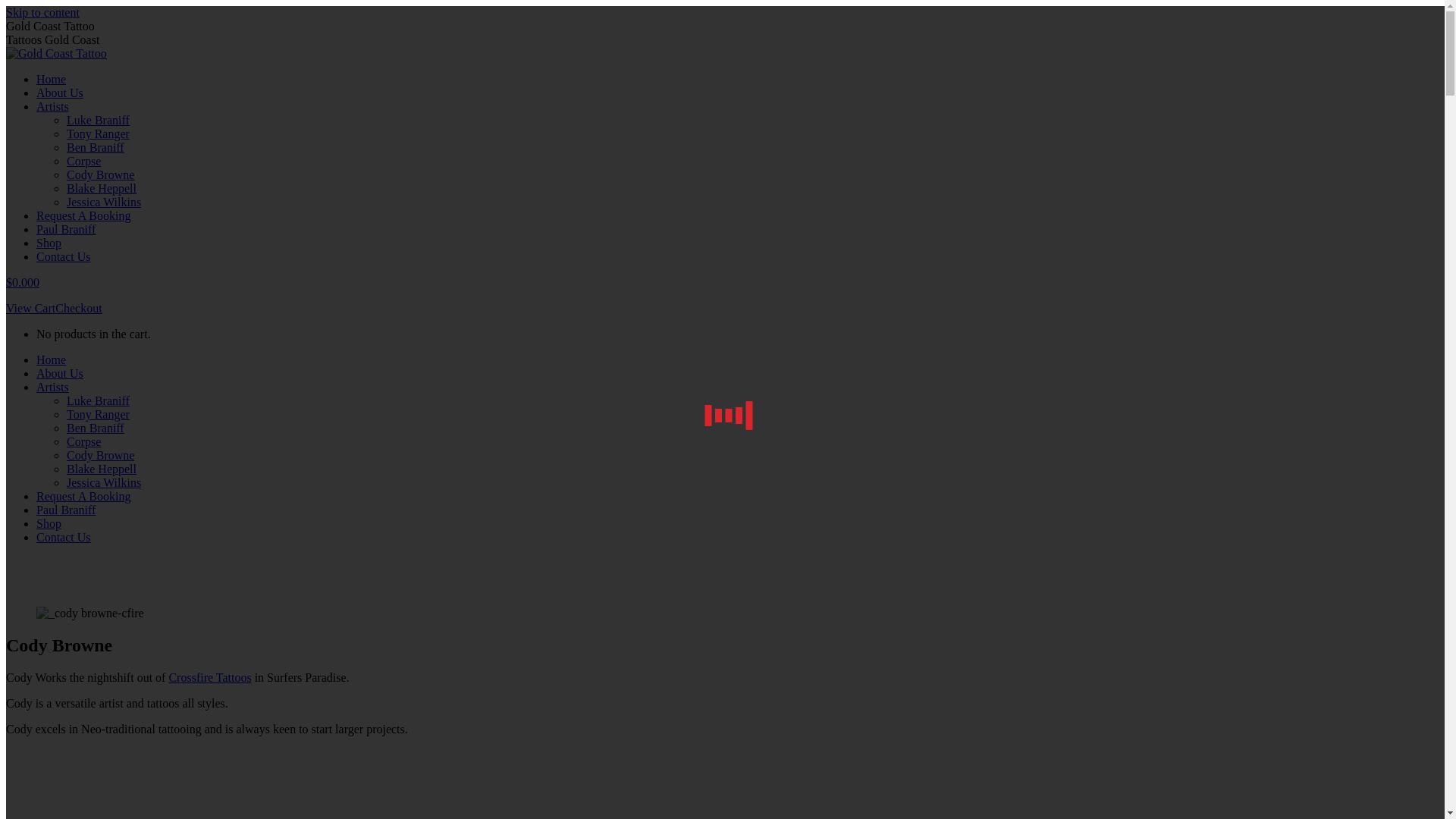 This screenshot has width=1456, height=819. Describe the element at coordinates (65, 133) in the screenshot. I see `'Tony Ranger'` at that location.